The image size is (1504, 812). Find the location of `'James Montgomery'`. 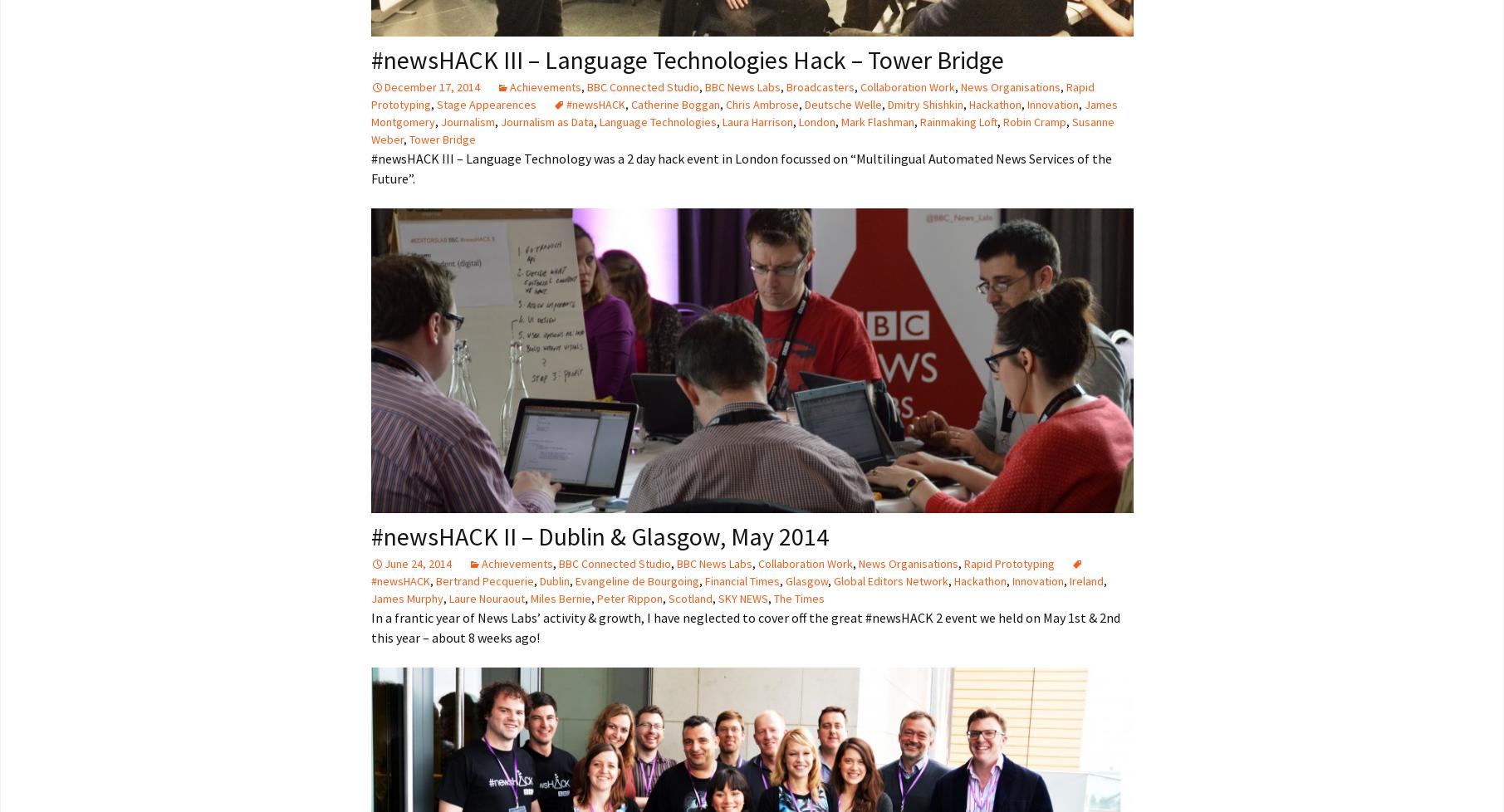

'James Montgomery' is located at coordinates (370, 113).